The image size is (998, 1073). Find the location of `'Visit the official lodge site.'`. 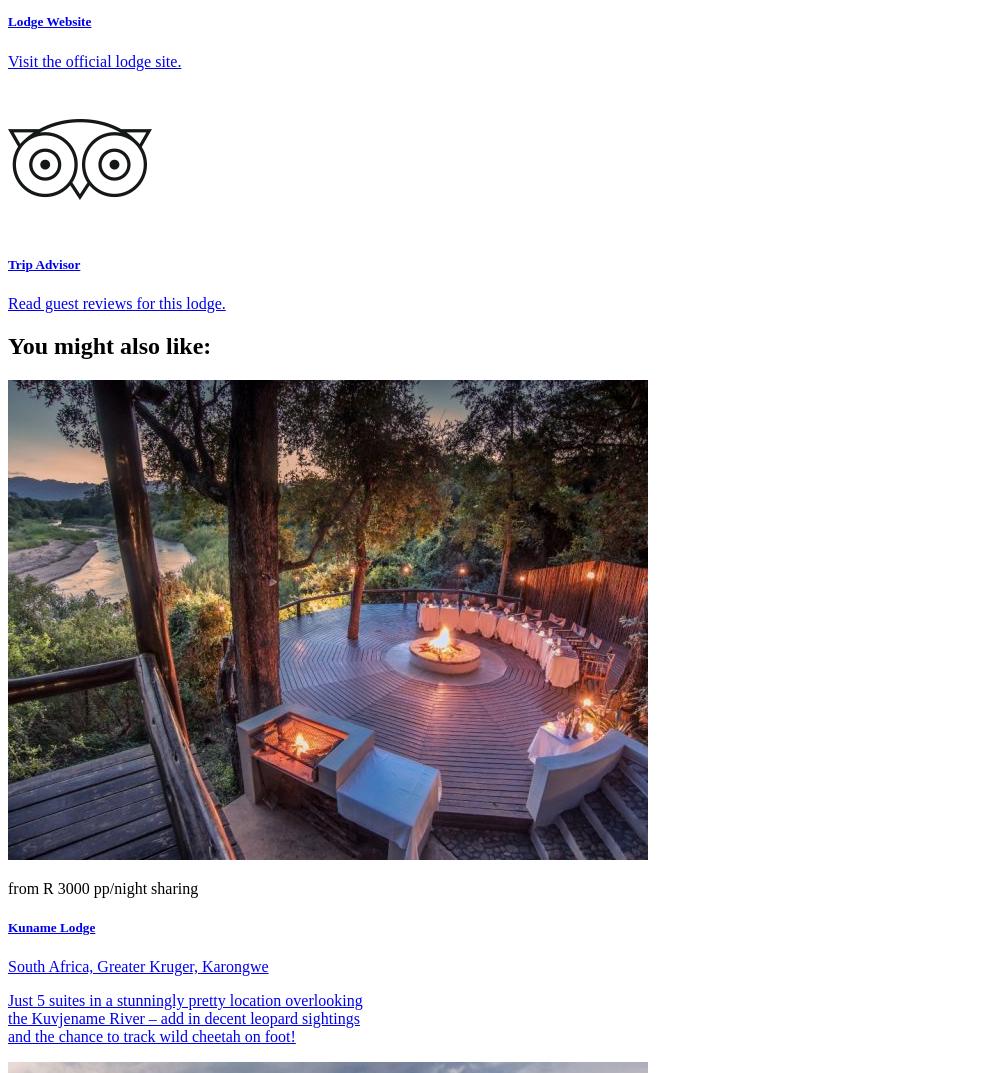

'Visit the official lodge site.' is located at coordinates (93, 59).